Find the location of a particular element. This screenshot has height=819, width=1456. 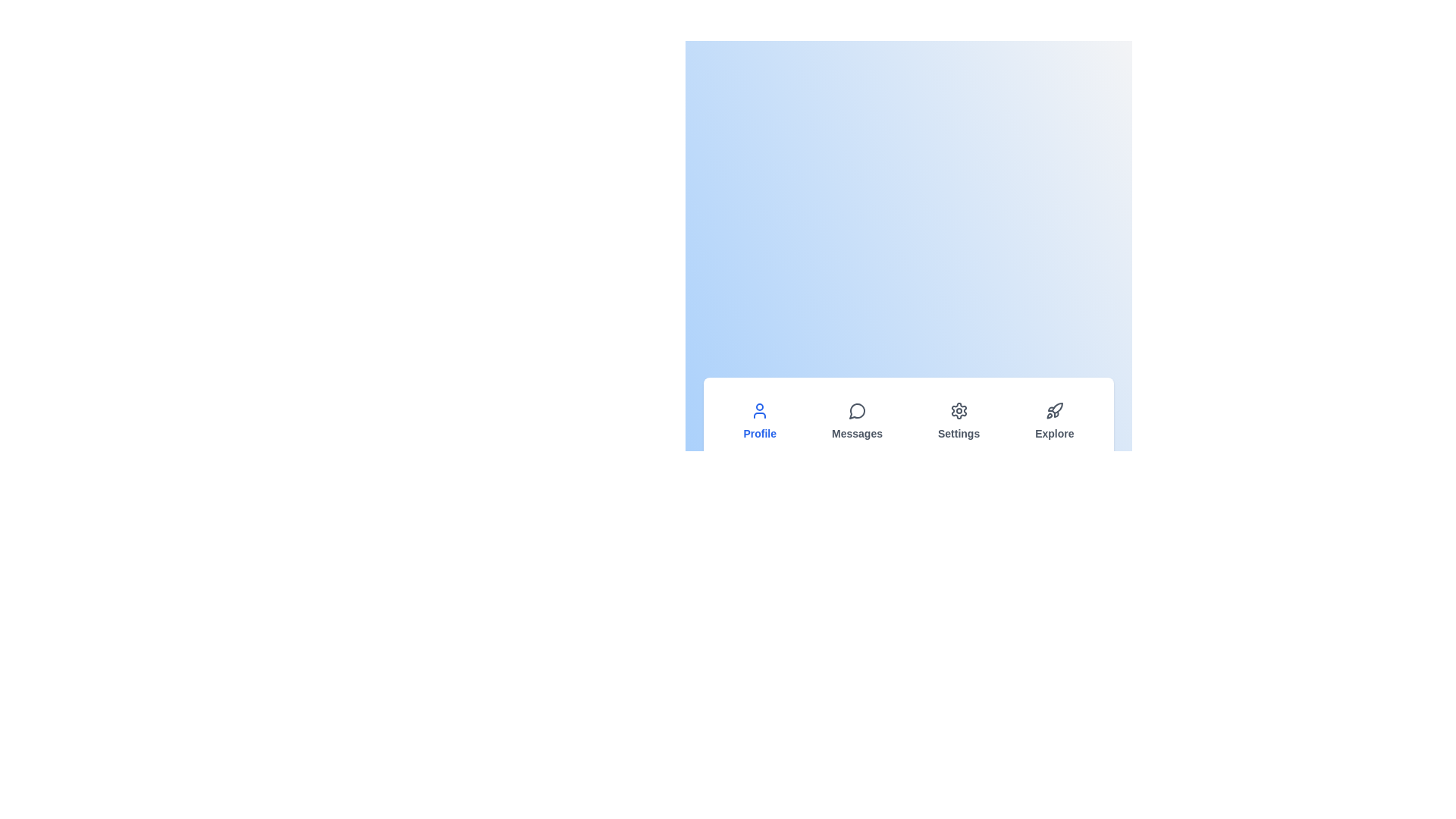

the tab labeled Messages to observe the hover effect is located at coordinates (857, 421).